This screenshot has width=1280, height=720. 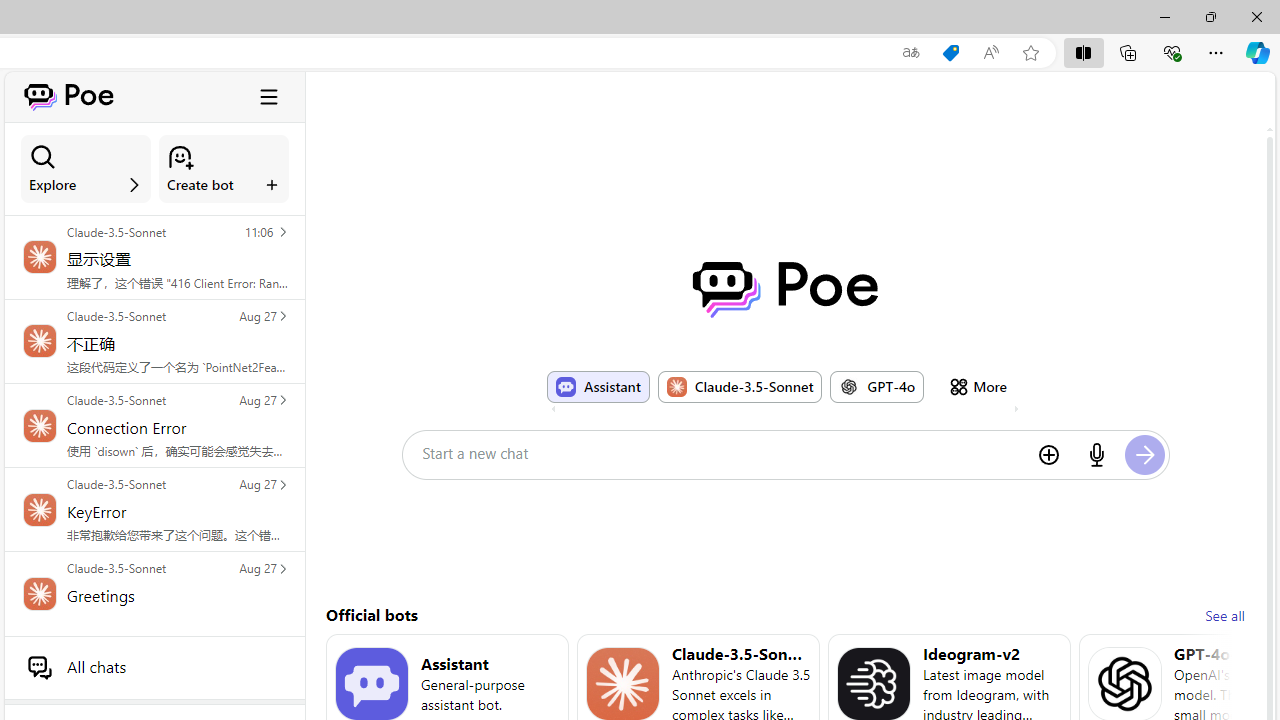 What do you see at coordinates (1125, 682) in the screenshot?
I see `'Bot image for GPT-4o-Mini'` at bounding box center [1125, 682].